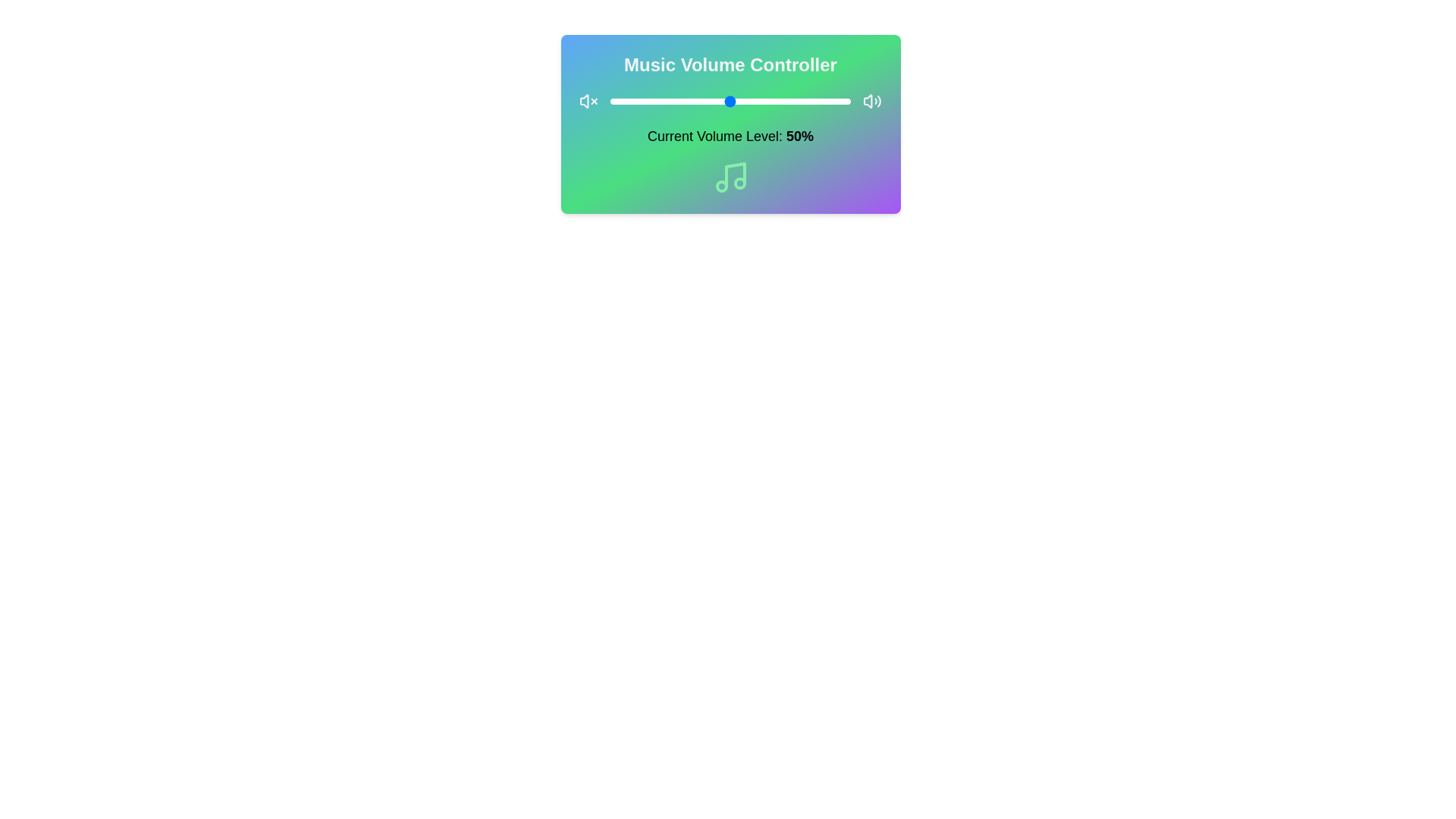 This screenshot has width=1456, height=819. I want to click on the unmute icon to unmute the audio, so click(872, 102).